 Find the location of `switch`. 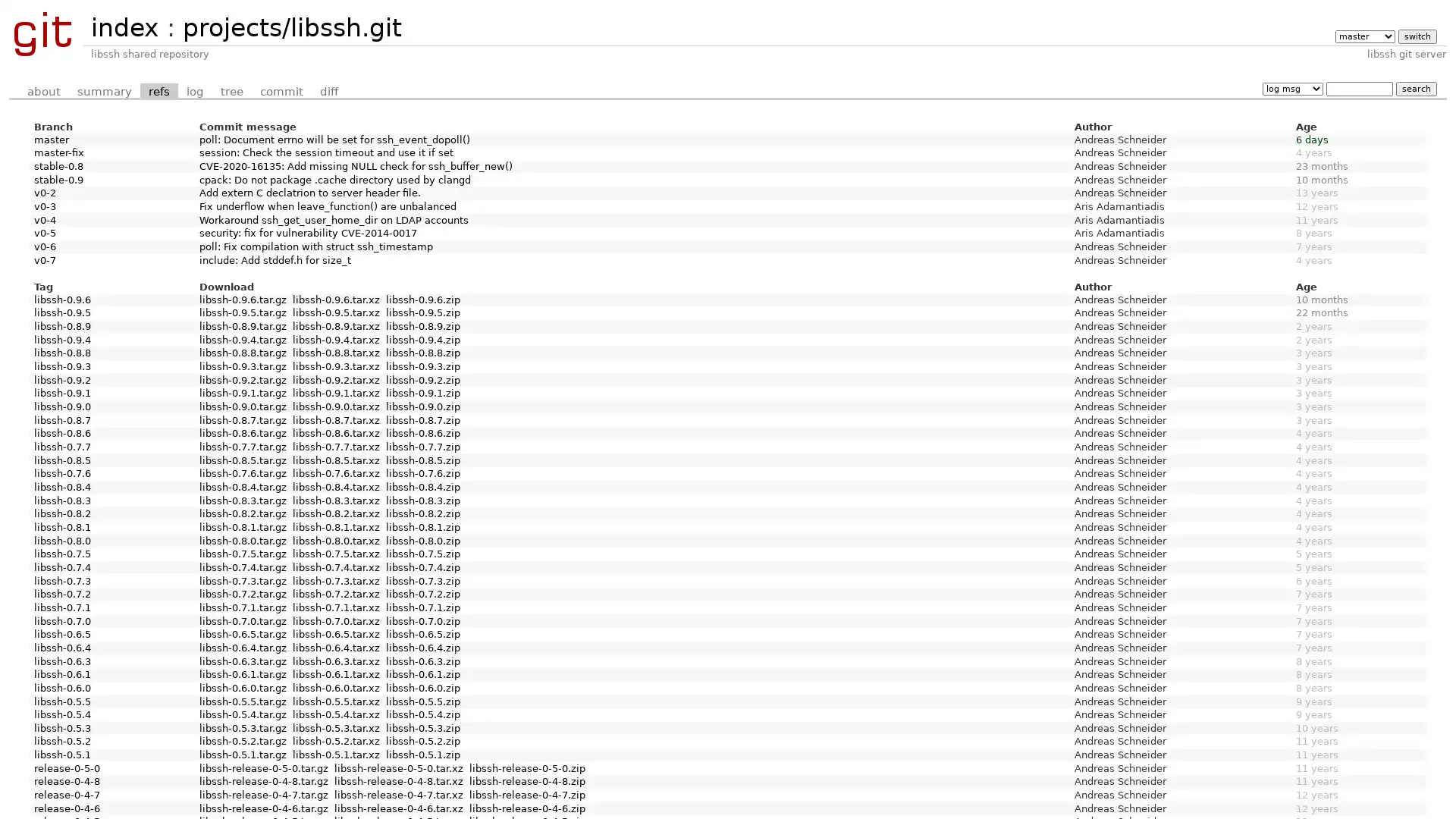

switch is located at coordinates (1416, 36).